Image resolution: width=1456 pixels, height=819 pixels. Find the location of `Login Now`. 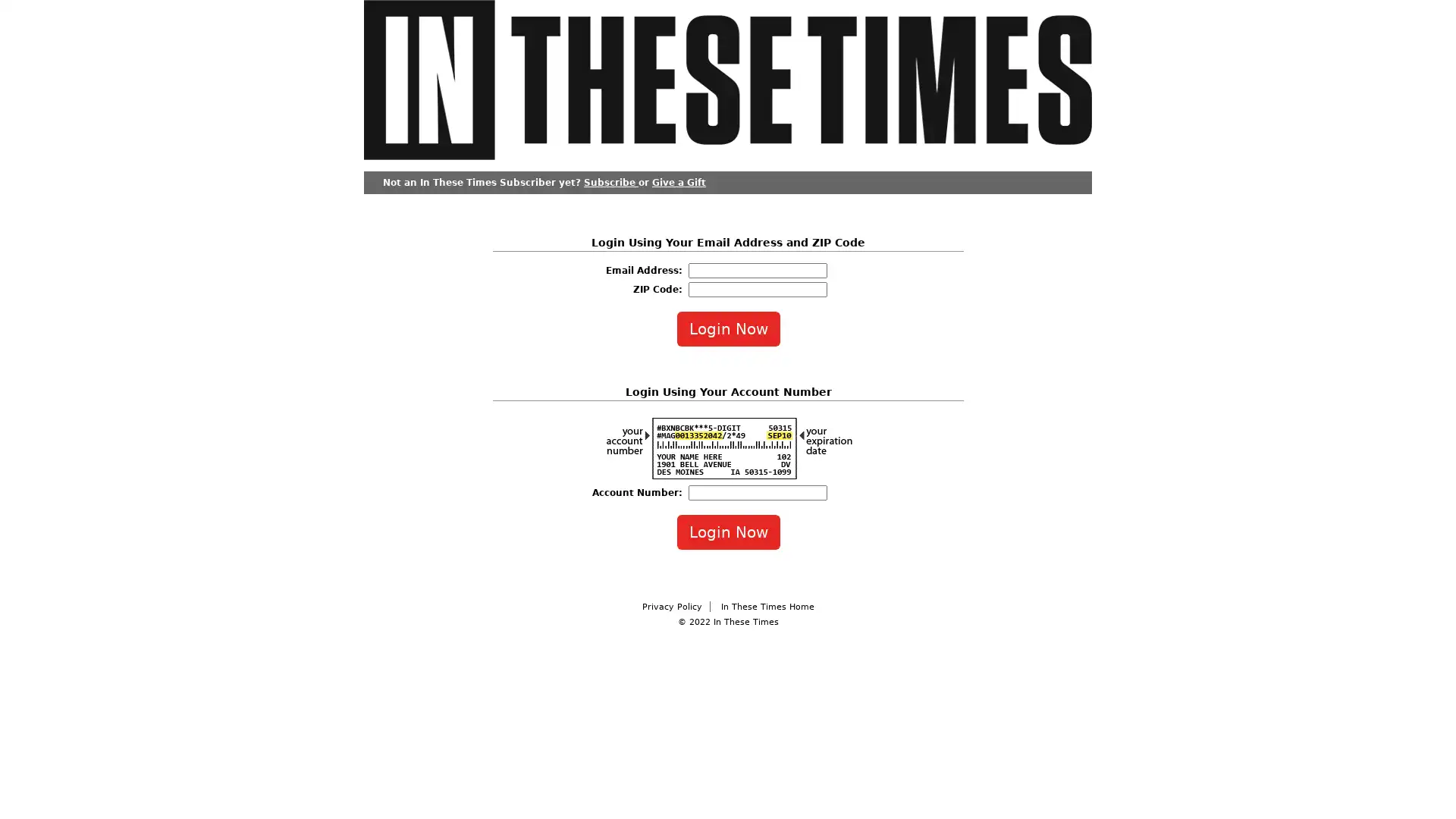

Login Now is located at coordinates (728, 328).